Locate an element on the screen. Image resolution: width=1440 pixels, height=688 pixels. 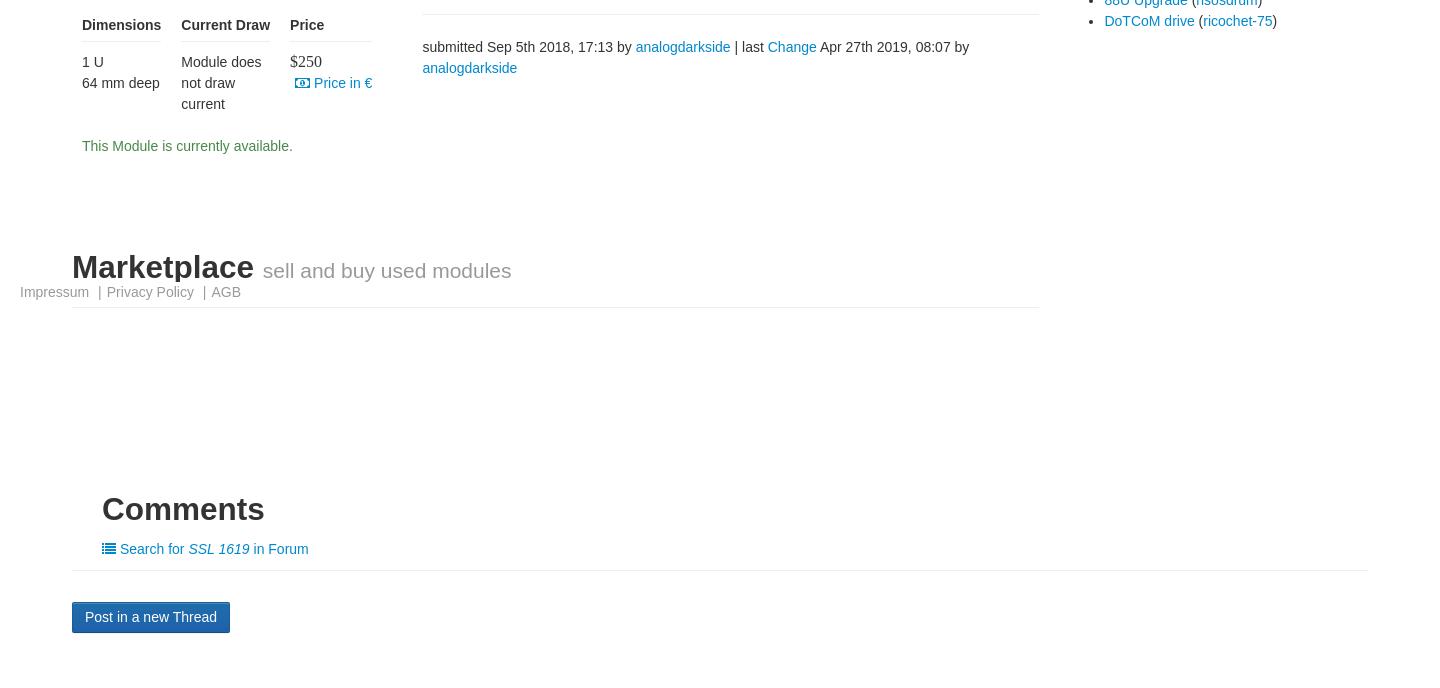
'Comments' is located at coordinates (183, 507).